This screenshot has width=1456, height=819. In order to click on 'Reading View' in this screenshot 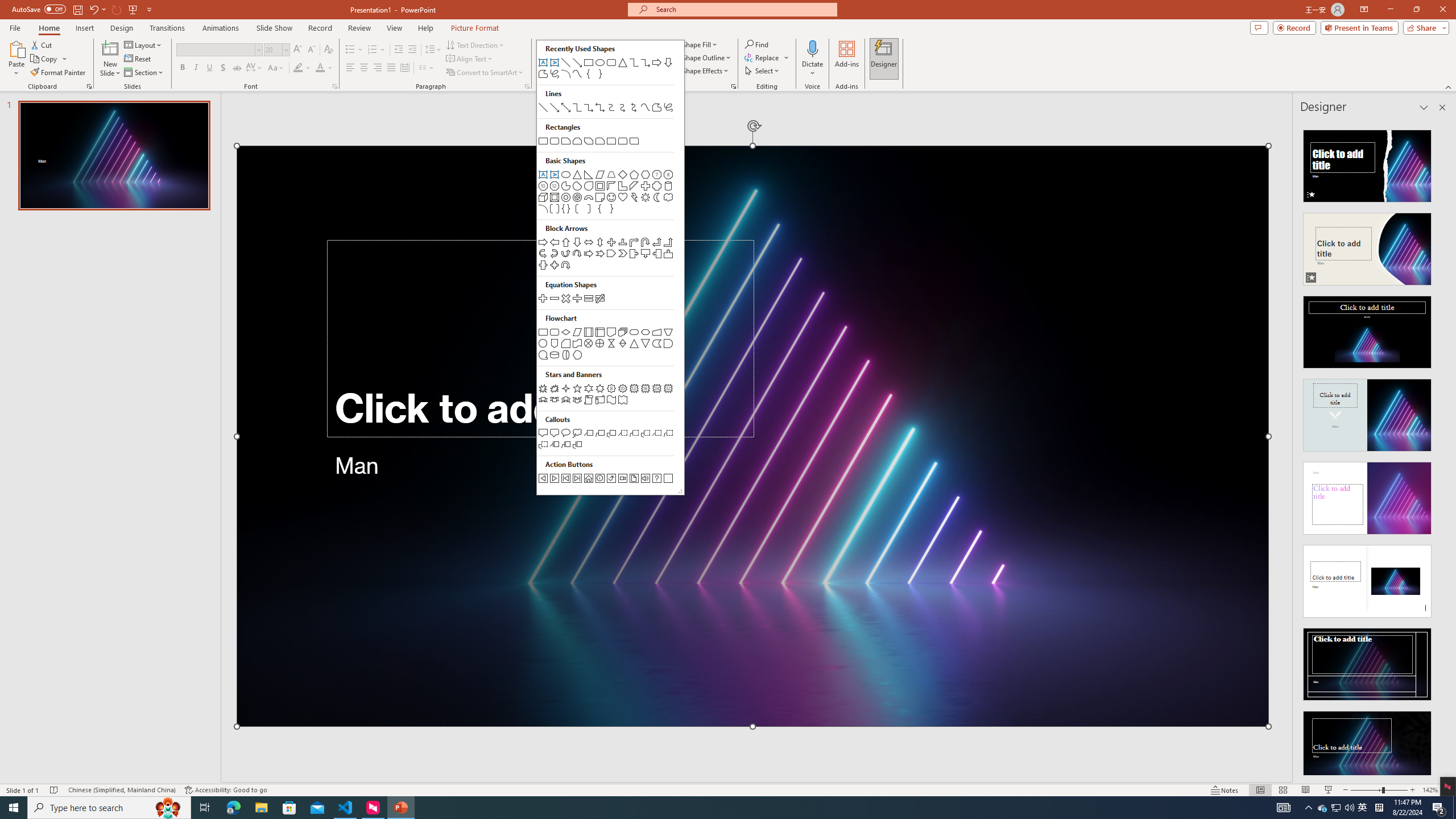, I will do `click(1305, 790)`.